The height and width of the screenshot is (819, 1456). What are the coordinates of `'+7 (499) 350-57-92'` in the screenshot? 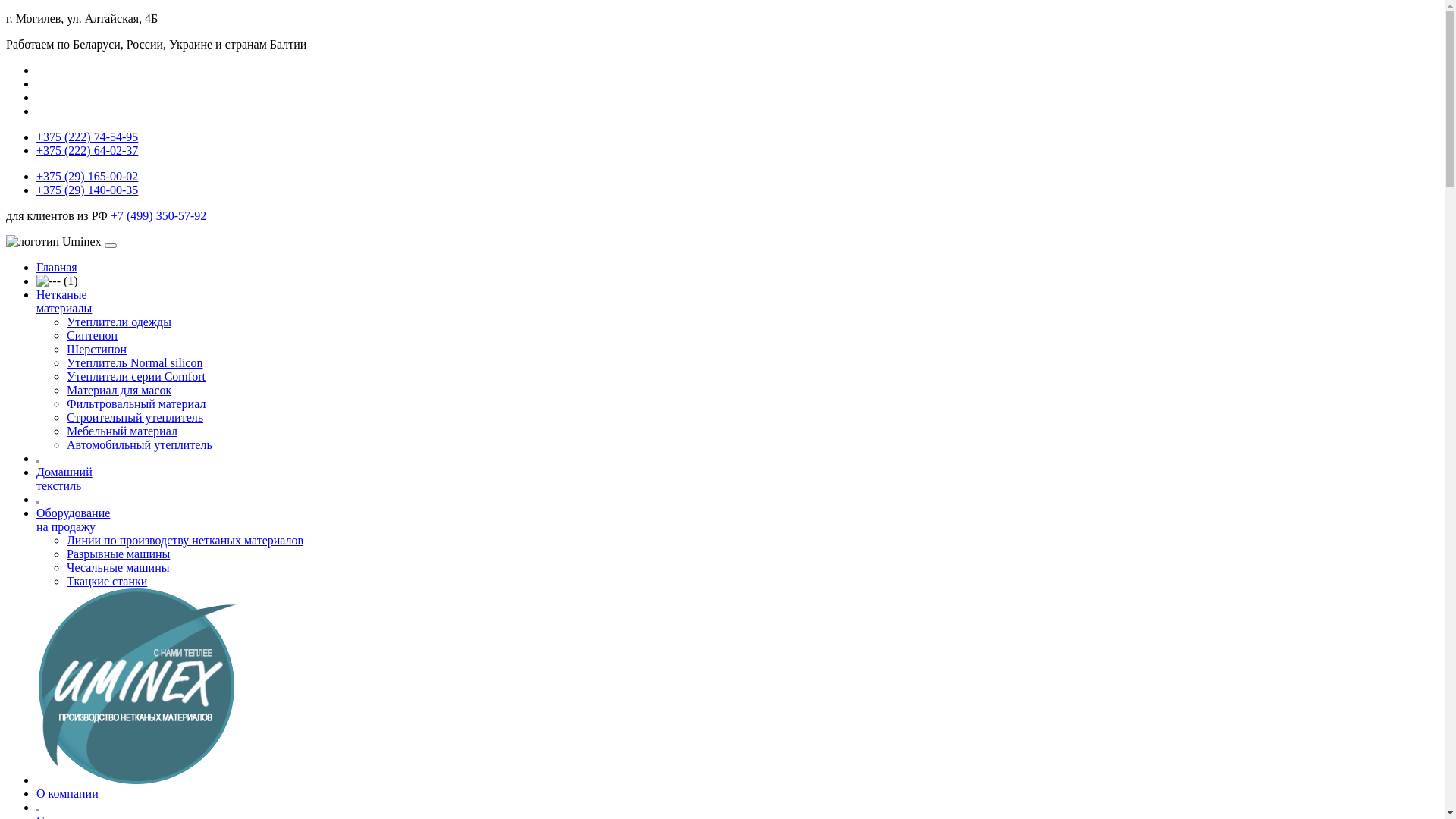 It's located at (158, 215).